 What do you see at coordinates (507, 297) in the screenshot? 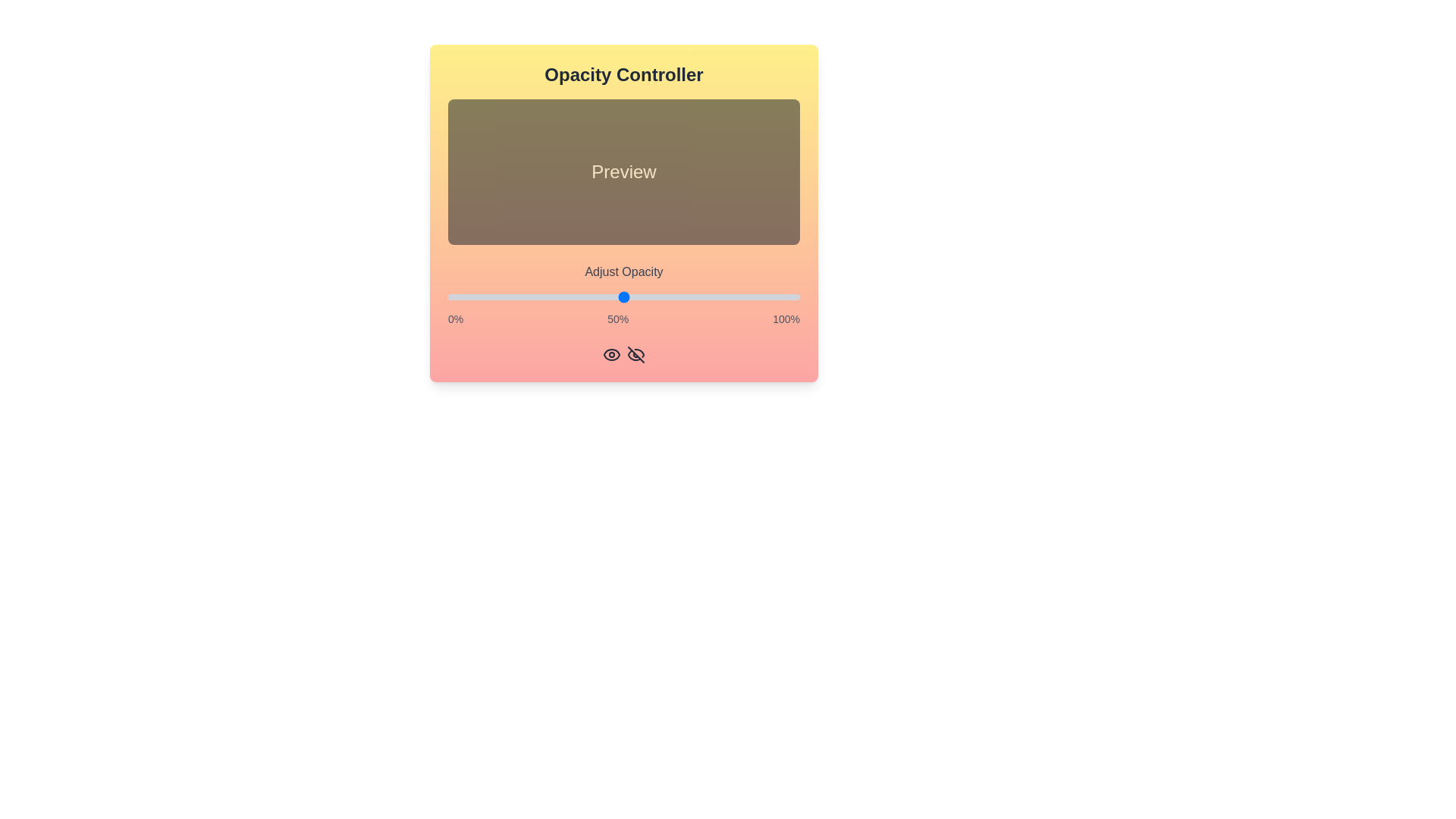
I see `the opacity slider to 17%` at bounding box center [507, 297].